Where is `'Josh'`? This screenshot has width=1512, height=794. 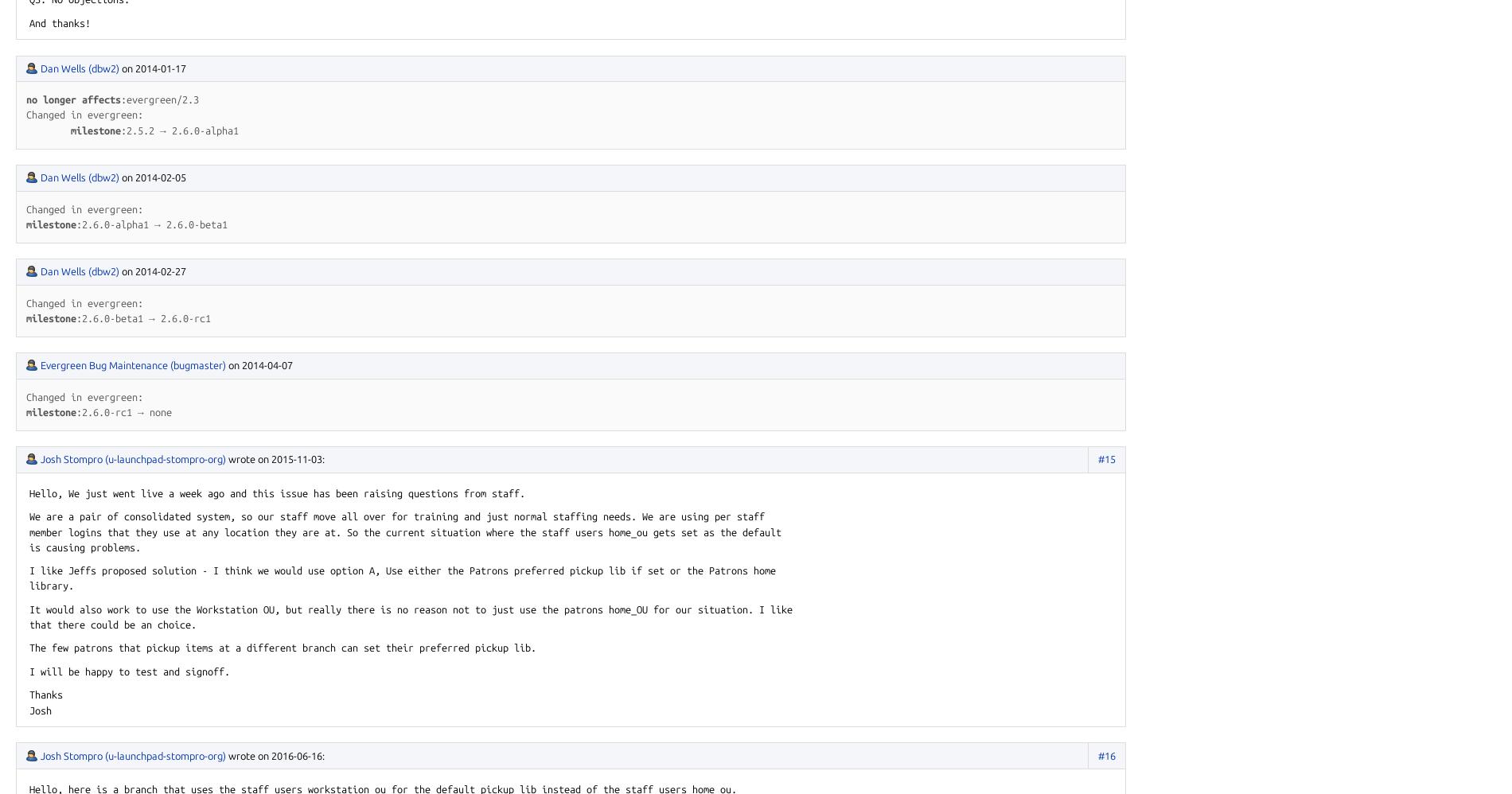 'Josh' is located at coordinates (40, 709).